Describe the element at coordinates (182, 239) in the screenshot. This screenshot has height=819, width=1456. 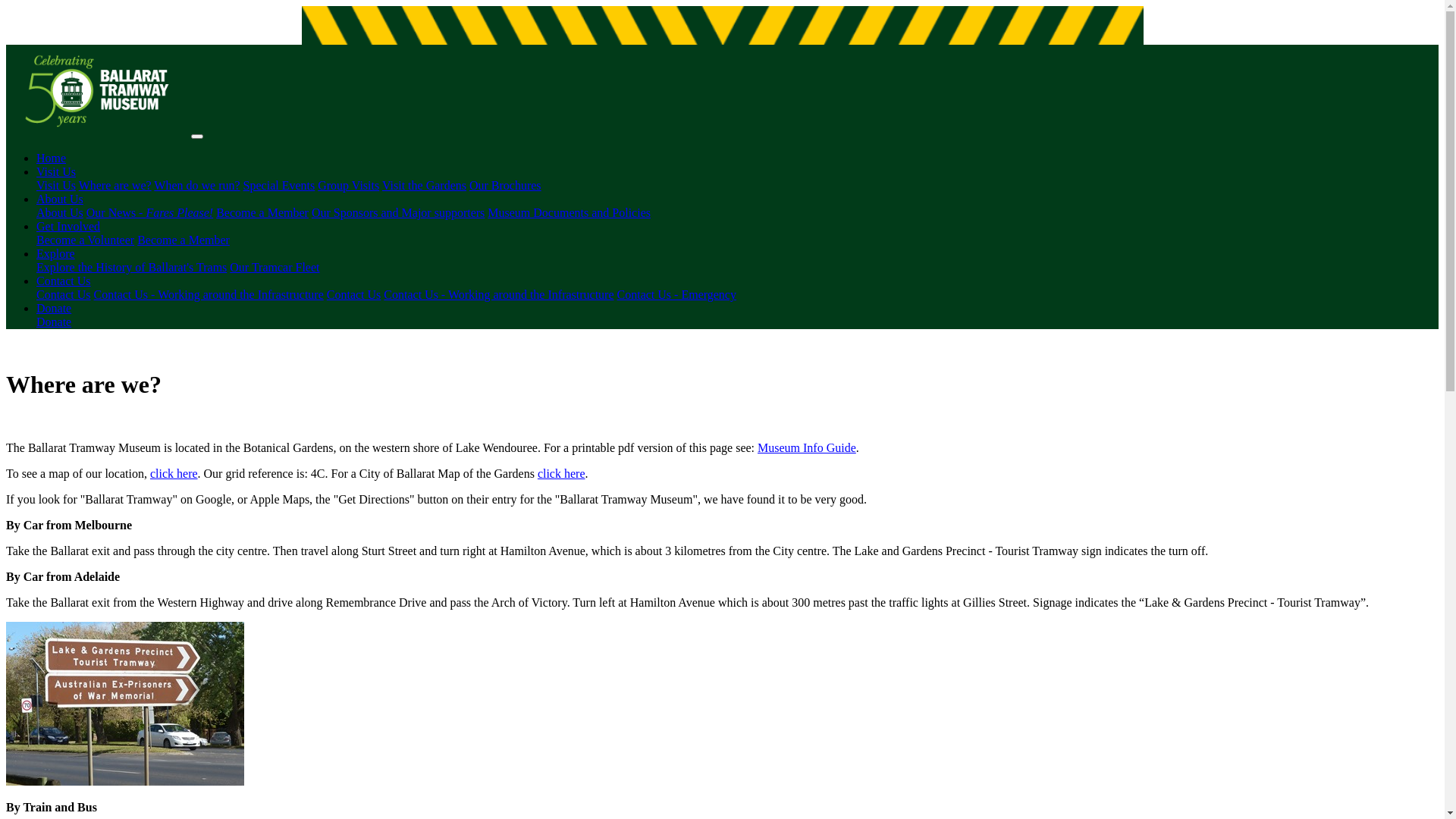
I see `'Become a Member'` at that location.